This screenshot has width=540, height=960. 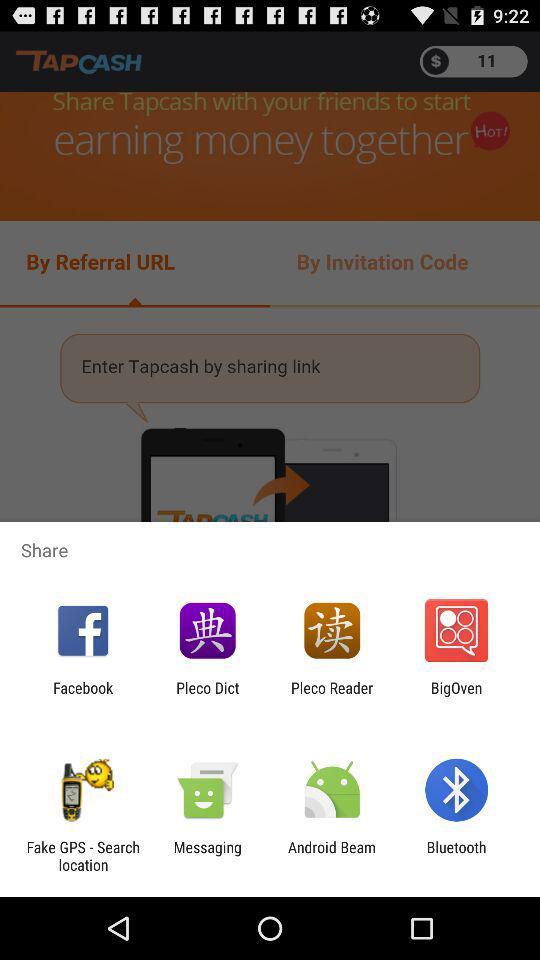 What do you see at coordinates (332, 855) in the screenshot?
I see `the icon next to the bluetooth` at bounding box center [332, 855].